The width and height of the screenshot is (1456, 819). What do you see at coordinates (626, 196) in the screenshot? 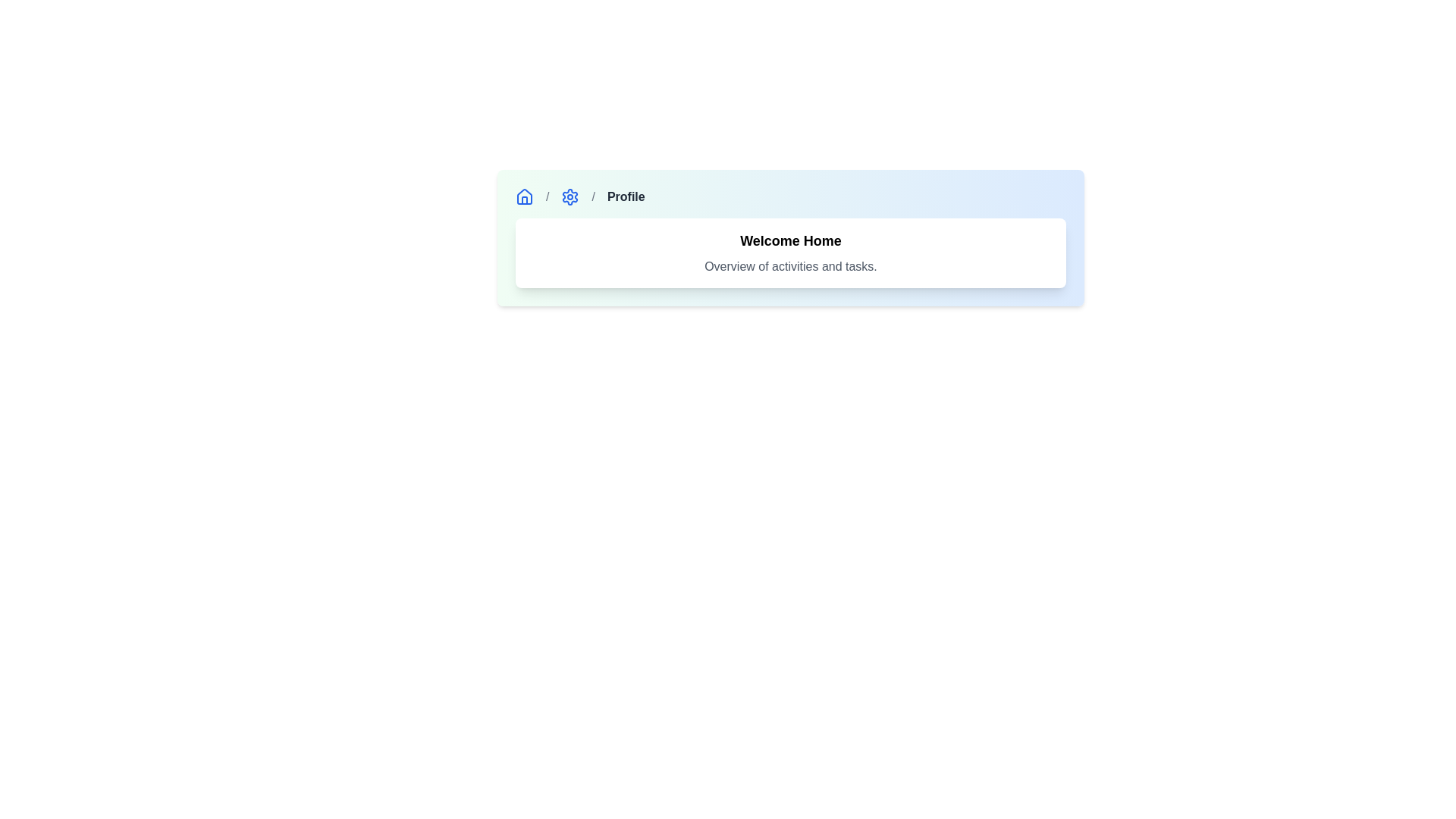
I see `text label indicating the current page within the navigation breadcrumb, which is the last breadcrumb in the navigation bar, located to the right of a '/' separator` at bounding box center [626, 196].